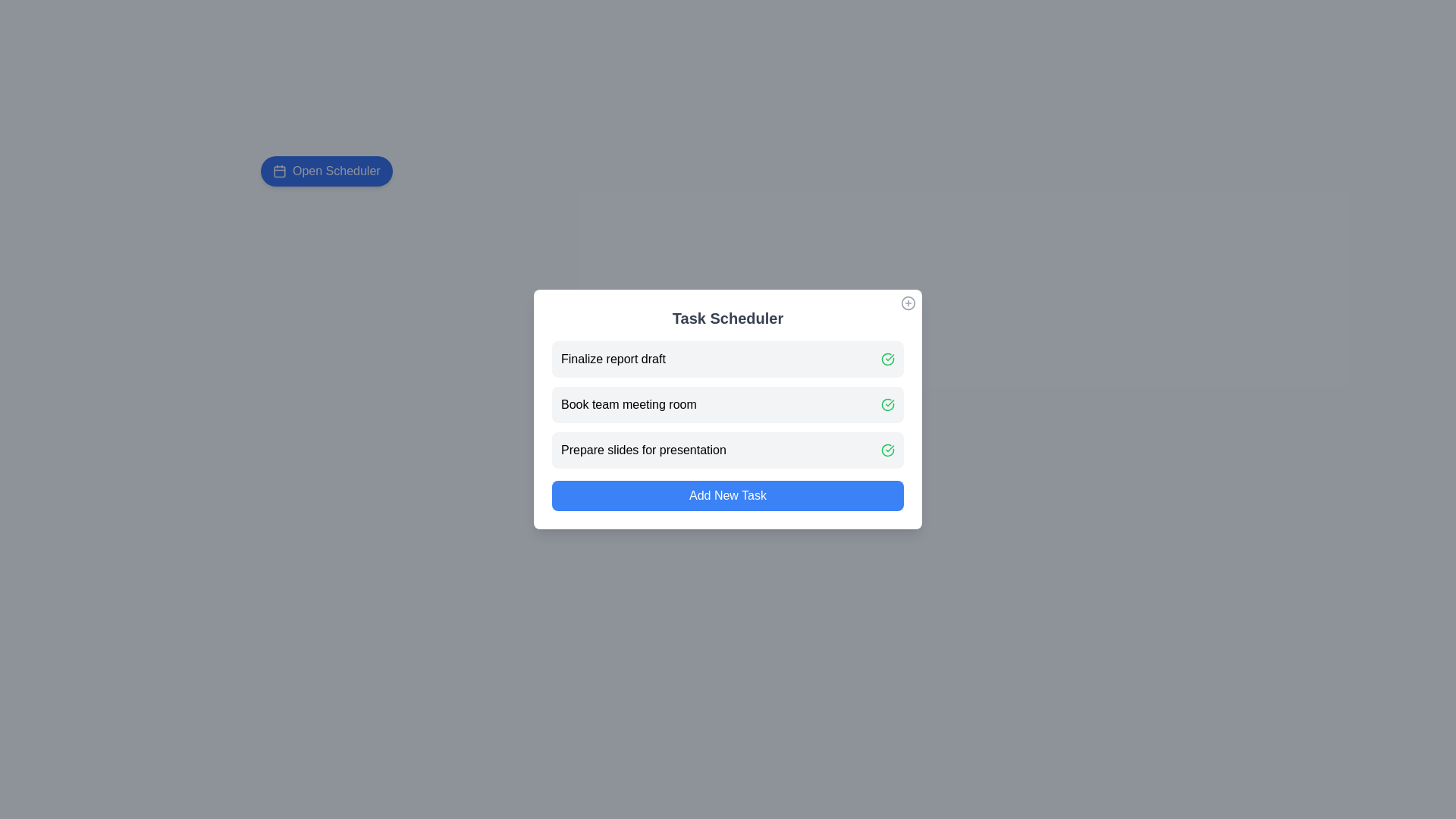 The image size is (1456, 819). Describe the element at coordinates (888, 403) in the screenshot. I see `the status visually of the circular graphic icon with a green border and tick mark, which indicates the completed status of the 'Finalize report draft' task in the task scheduler modal` at that location.